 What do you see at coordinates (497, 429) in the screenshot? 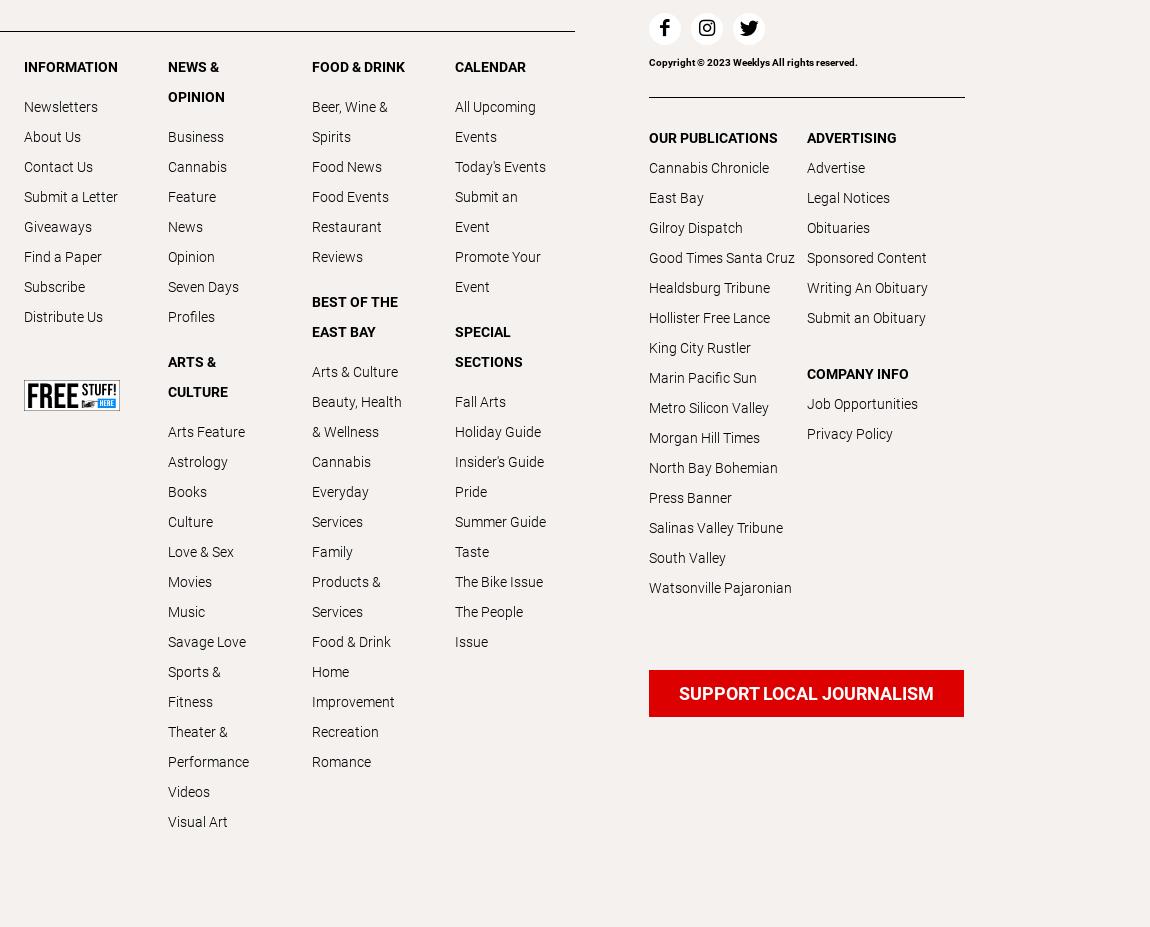
I see `'Holiday Guide'` at bounding box center [497, 429].